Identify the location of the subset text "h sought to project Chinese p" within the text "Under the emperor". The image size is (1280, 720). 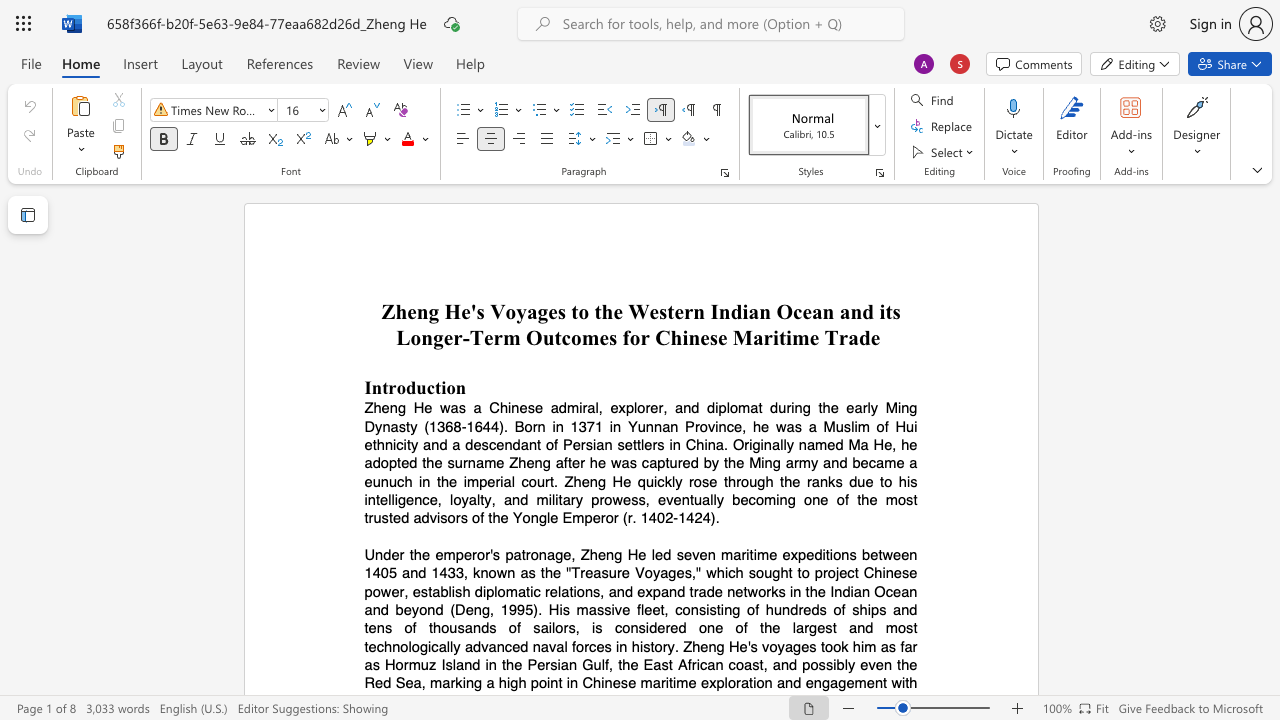
(734, 573).